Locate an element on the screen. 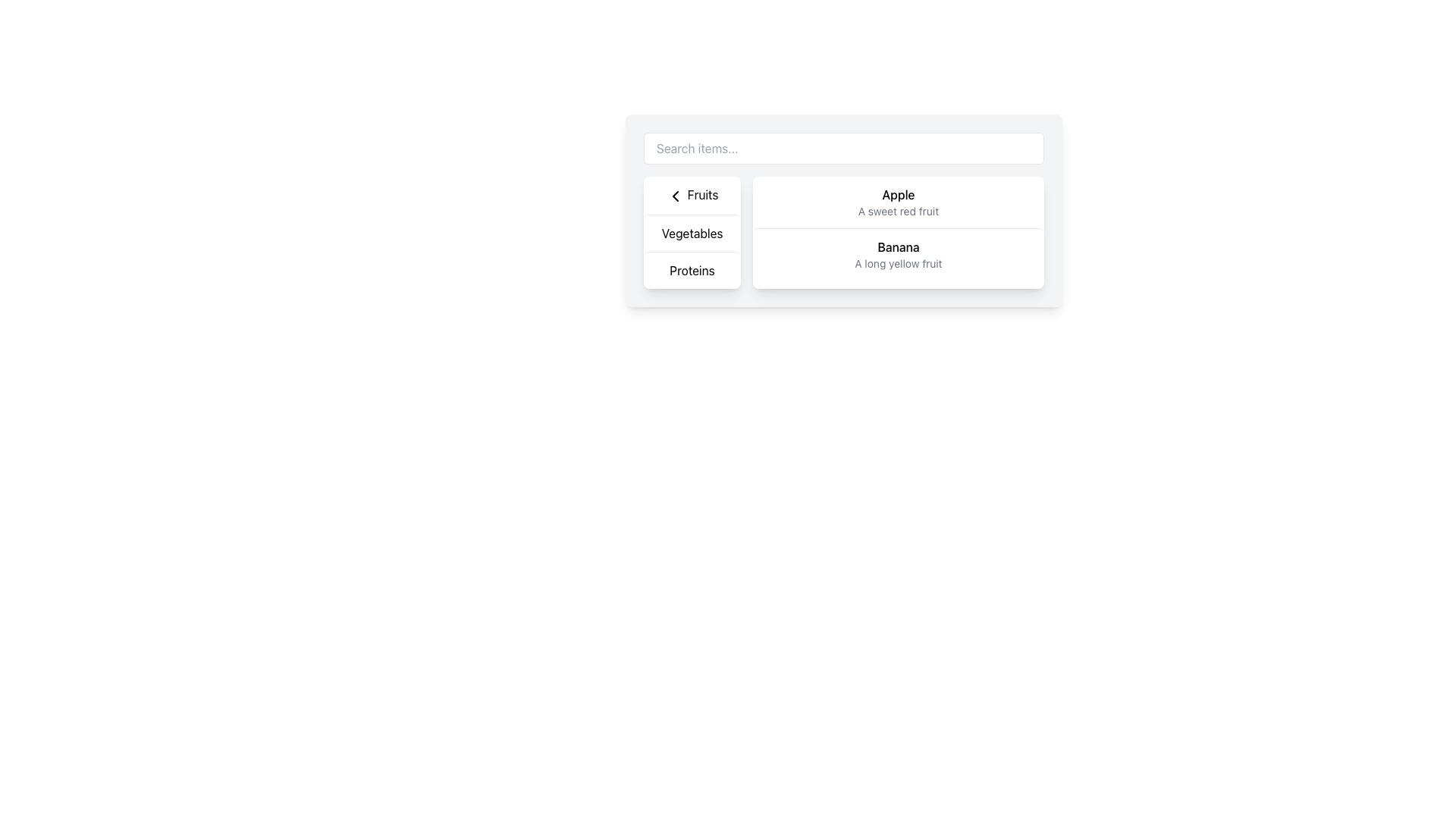 The image size is (1456, 819). the 'Vegetables' button, which is styled with moderate padding and hover effects, positioned in a vertically stacked list between 'Fruits' and 'Proteins' is located at coordinates (691, 233).